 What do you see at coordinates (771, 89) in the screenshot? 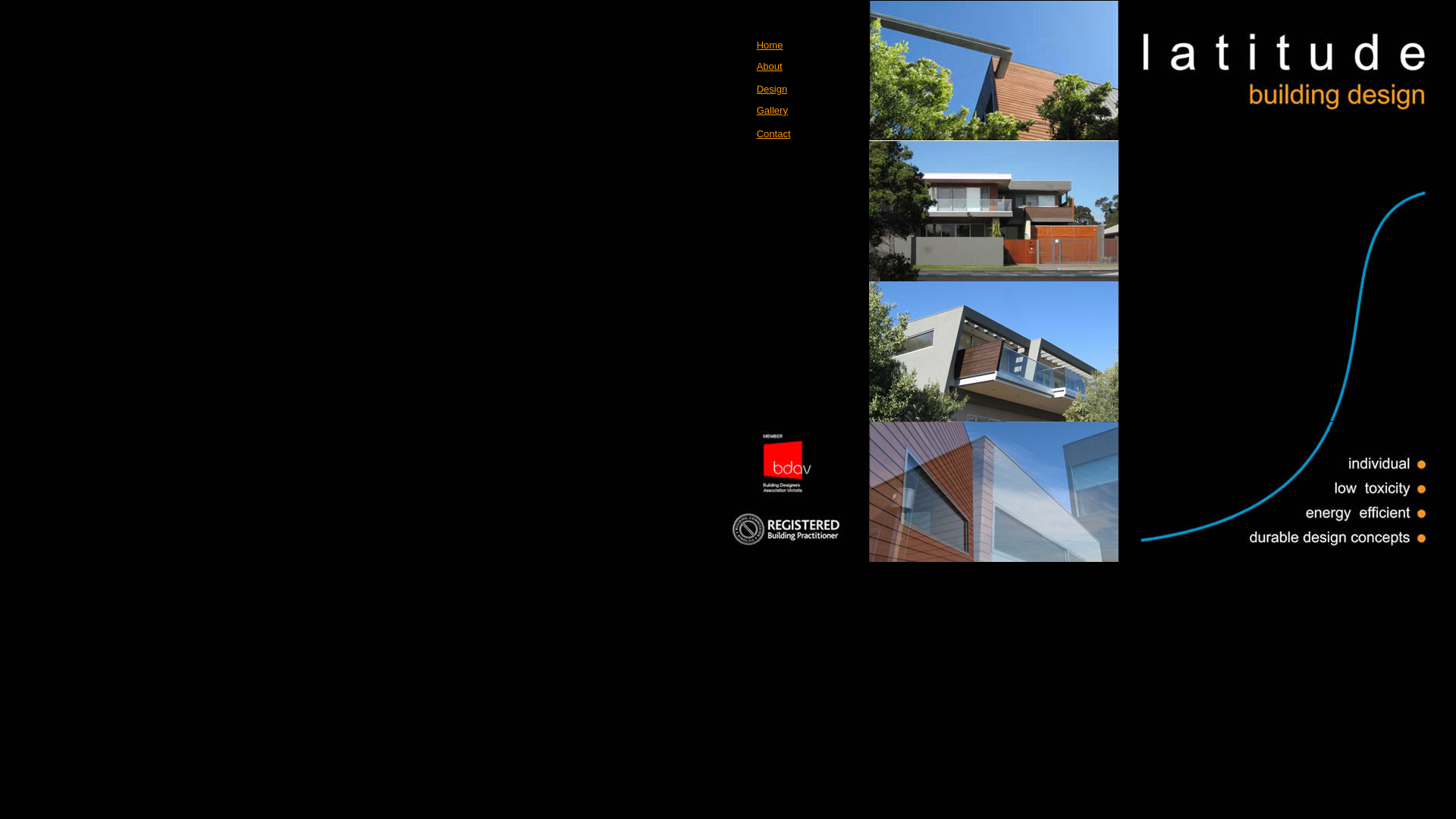
I see `'Design'` at bounding box center [771, 89].